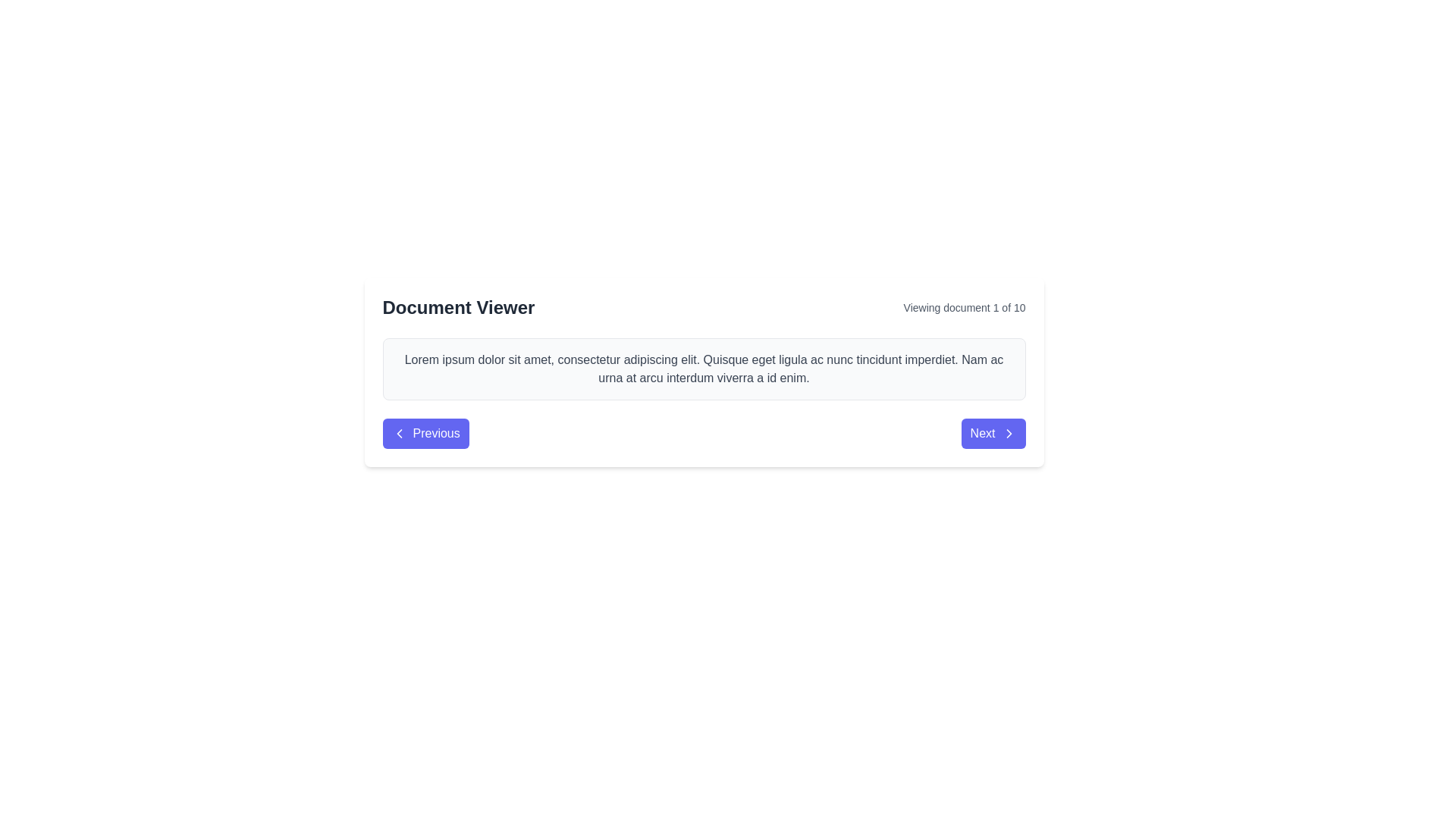  I want to click on the Text Display Area that contains the paragraph styled with a smaller gray font, located within a light gray bordered section, so click(703, 369).